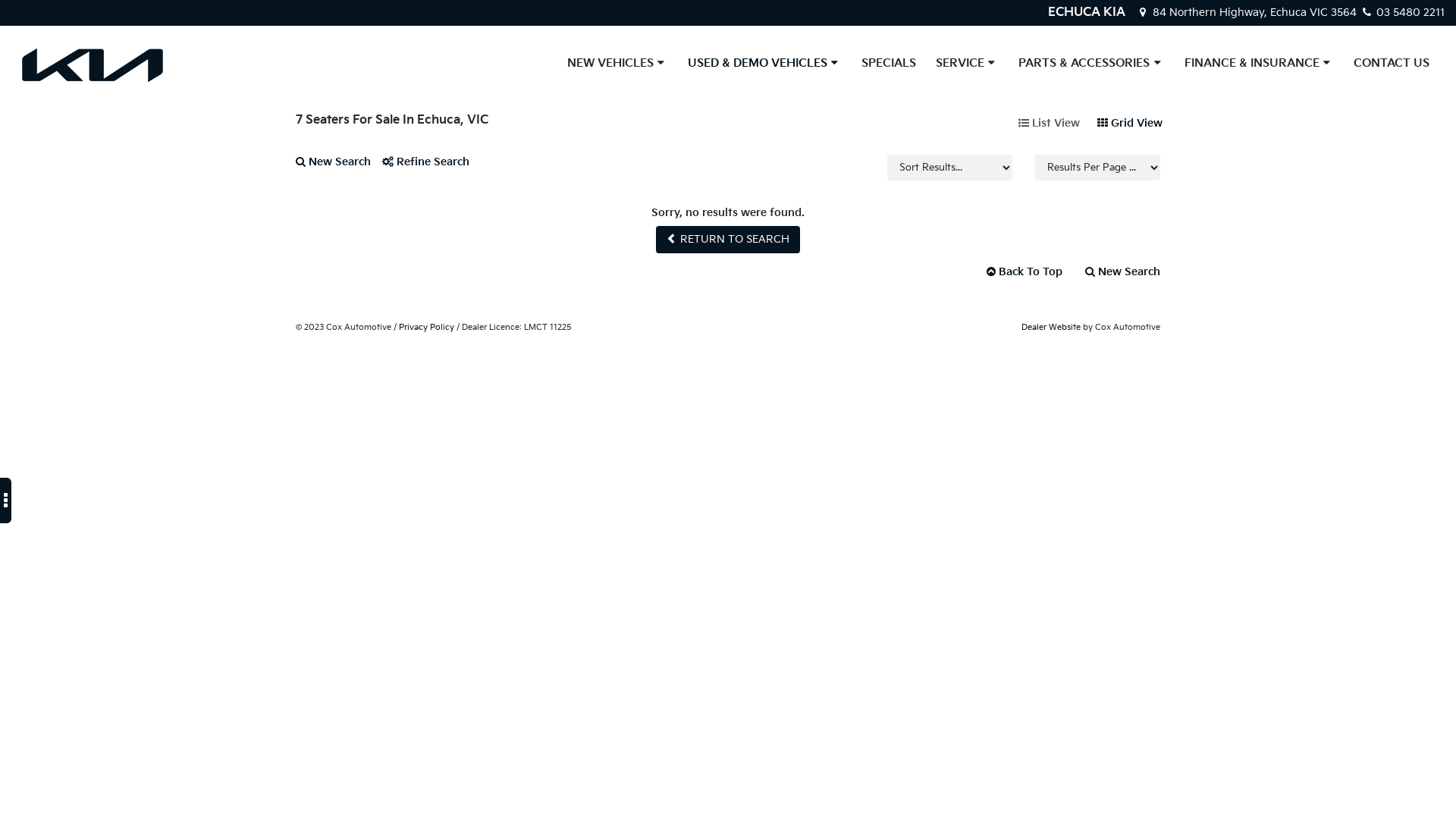 Image resolution: width=1456 pixels, height=819 pixels. Describe the element at coordinates (1129, 122) in the screenshot. I see `'Grid View'` at that location.